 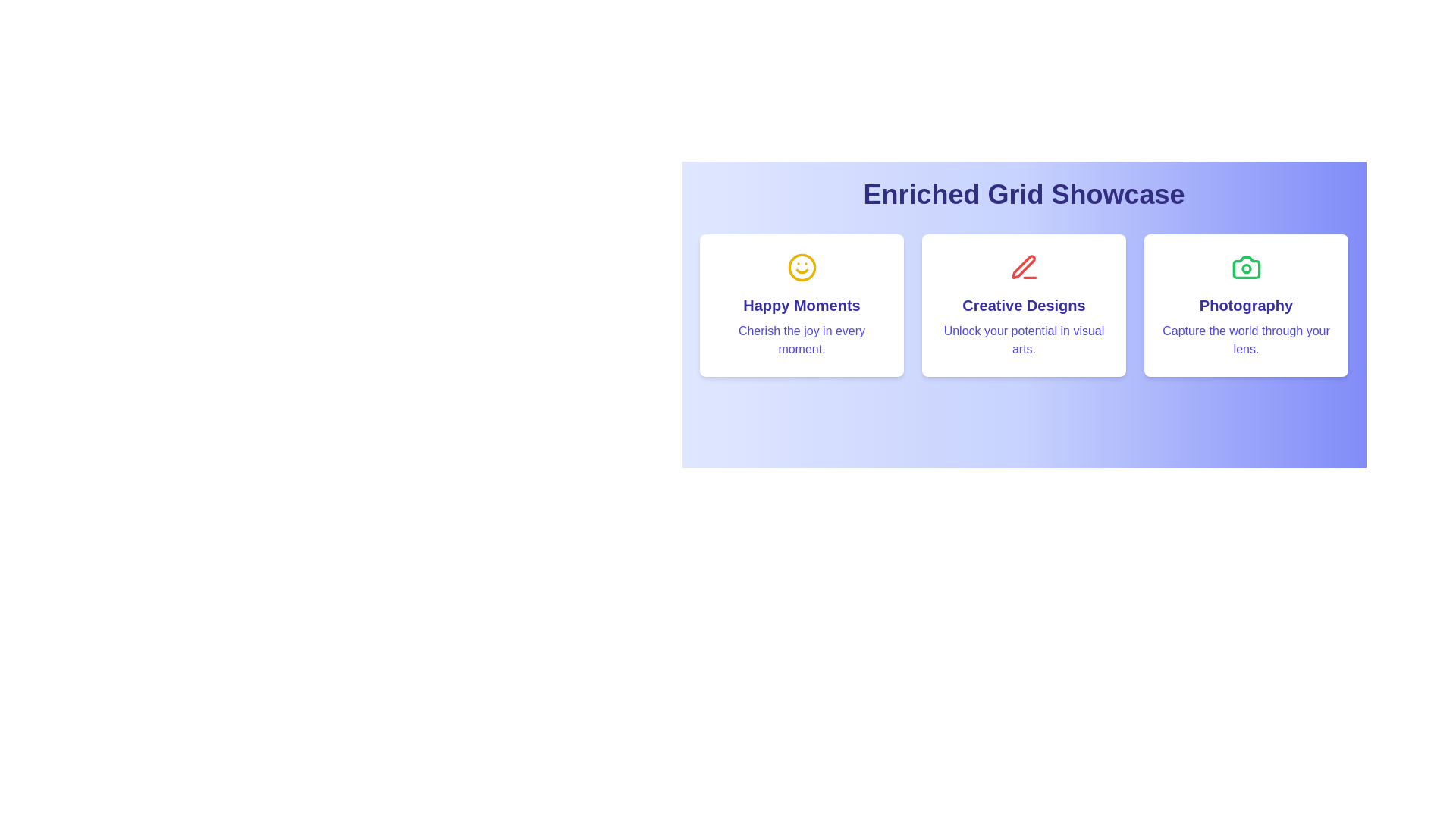 What do you see at coordinates (1246, 267) in the screenshot?
I see `the photography icon located at the top of the 'Photography' card in the right-hand column of the grid layout` at bounding box center [1246, 267].